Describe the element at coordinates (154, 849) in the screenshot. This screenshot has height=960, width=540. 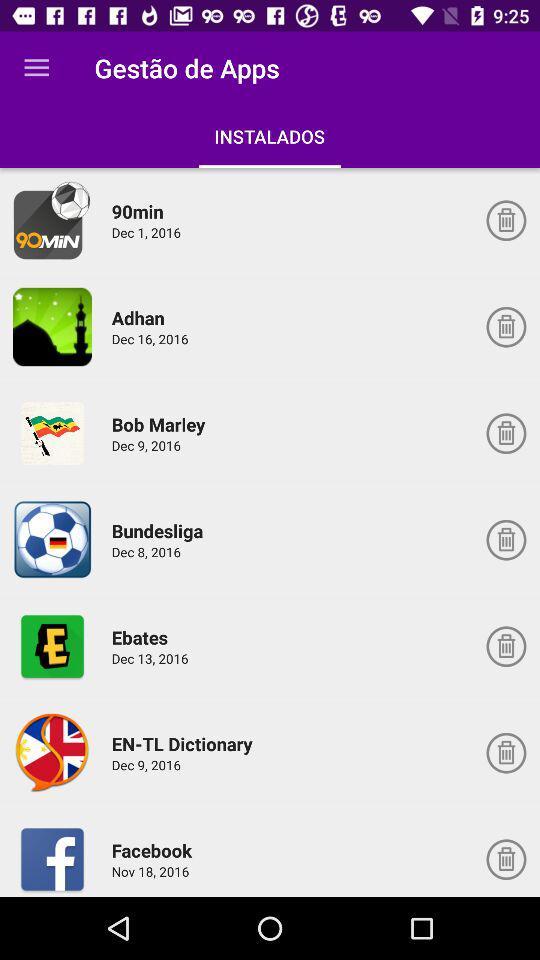
I see `the icon below dec 9, 2016 icon` at that location.